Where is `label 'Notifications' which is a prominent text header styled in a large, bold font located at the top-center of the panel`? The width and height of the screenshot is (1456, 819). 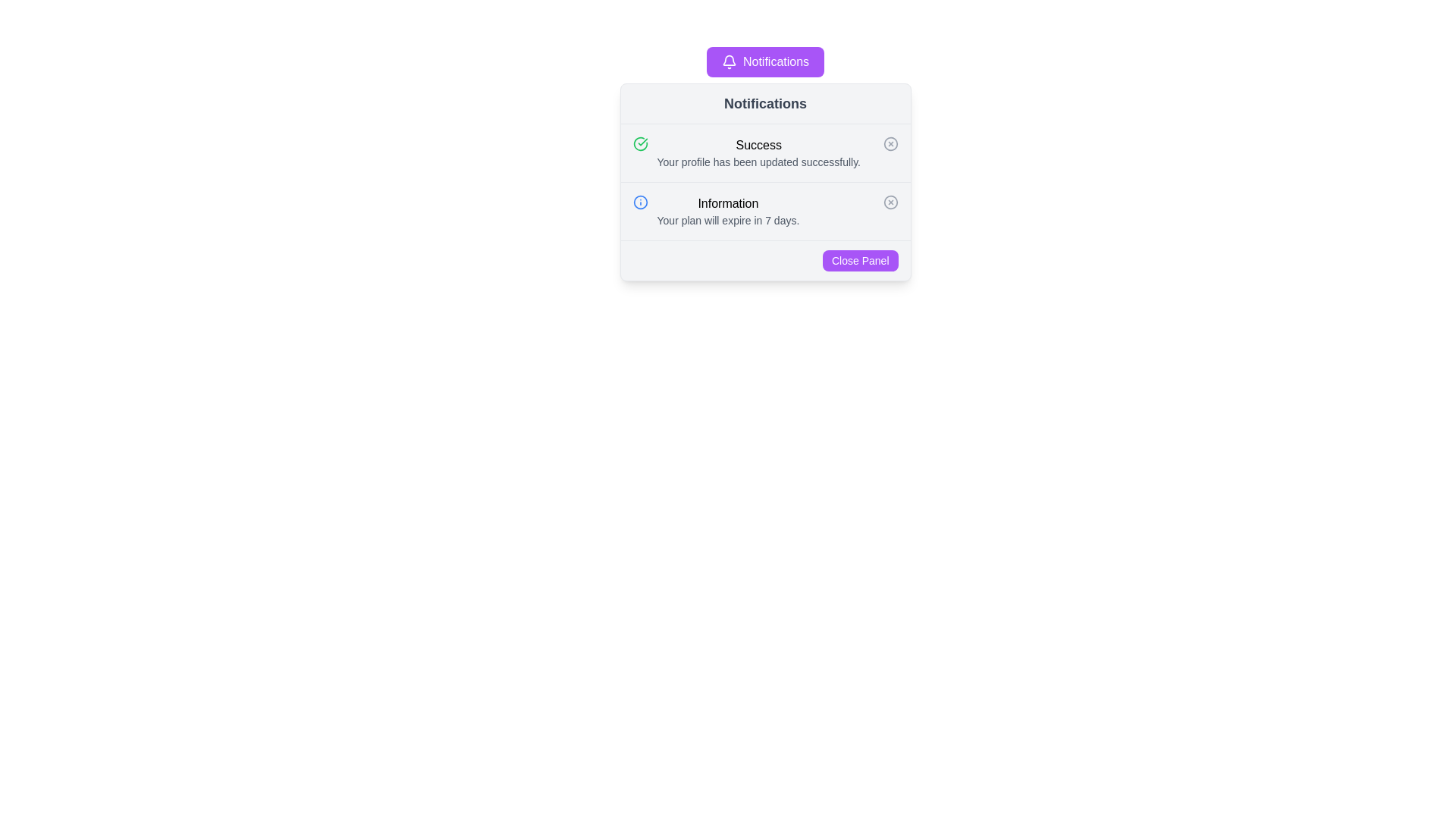 label 'Notifications' which is a prominent text header styled in a large, bold font located at the top-center of the panel is located at coordinates (765, 103).